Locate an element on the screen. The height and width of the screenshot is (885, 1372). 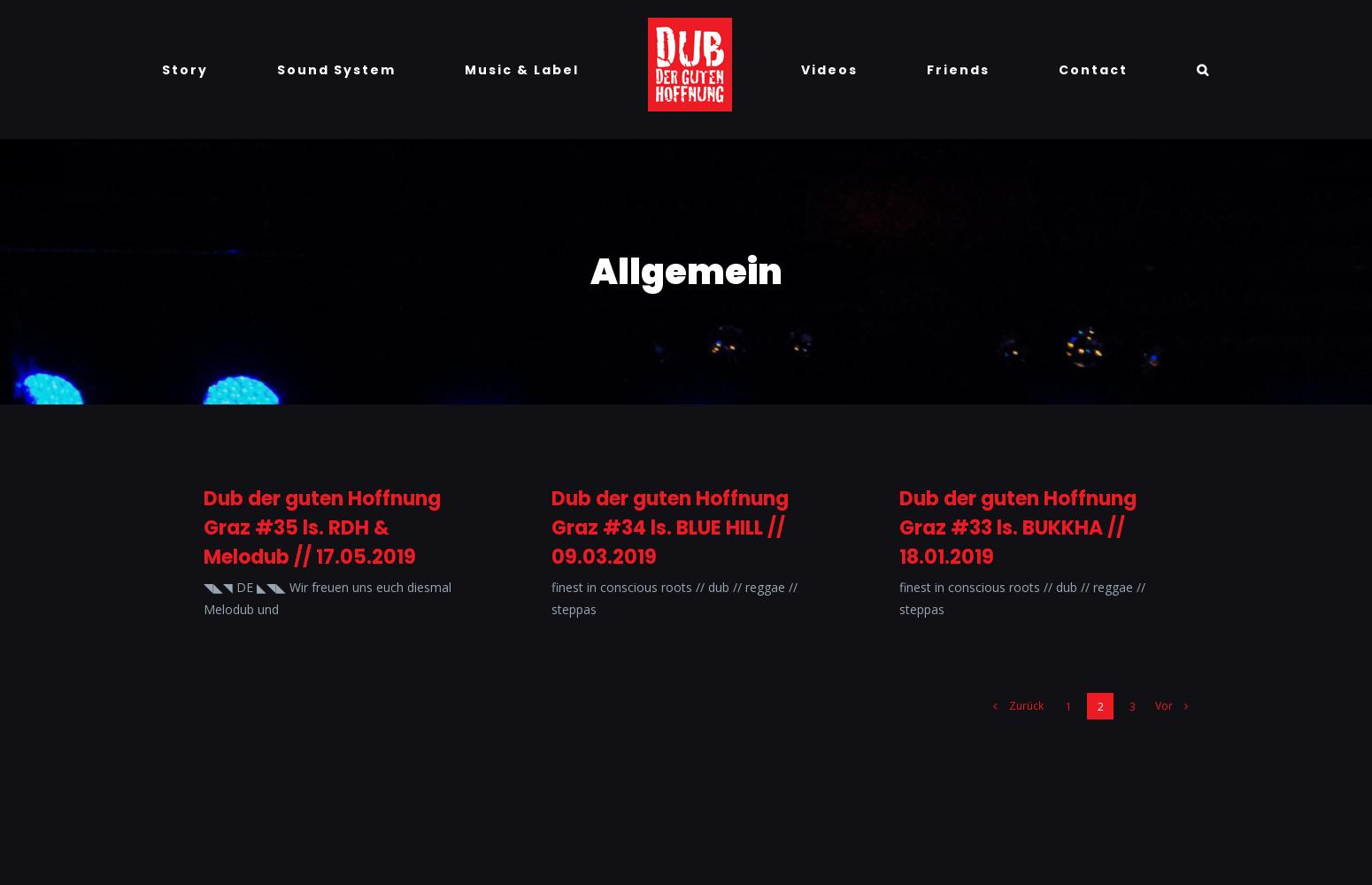
'1' is located at coordinates (1068, 705).